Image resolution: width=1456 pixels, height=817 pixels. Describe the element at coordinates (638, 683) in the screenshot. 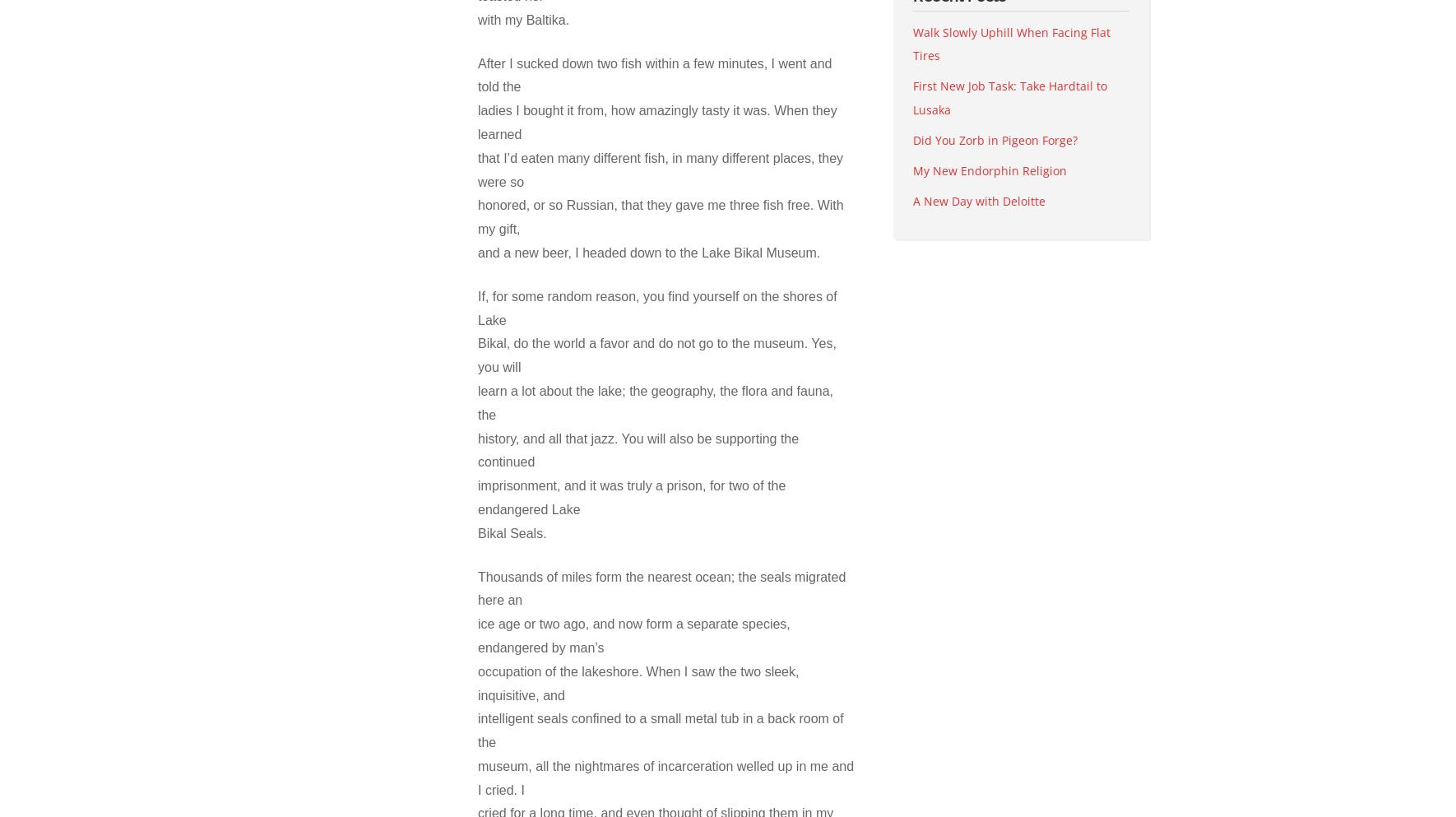

I see `'occupation of the lakeshore. When I saw the two sleek, inquisitive, and'` at that location.